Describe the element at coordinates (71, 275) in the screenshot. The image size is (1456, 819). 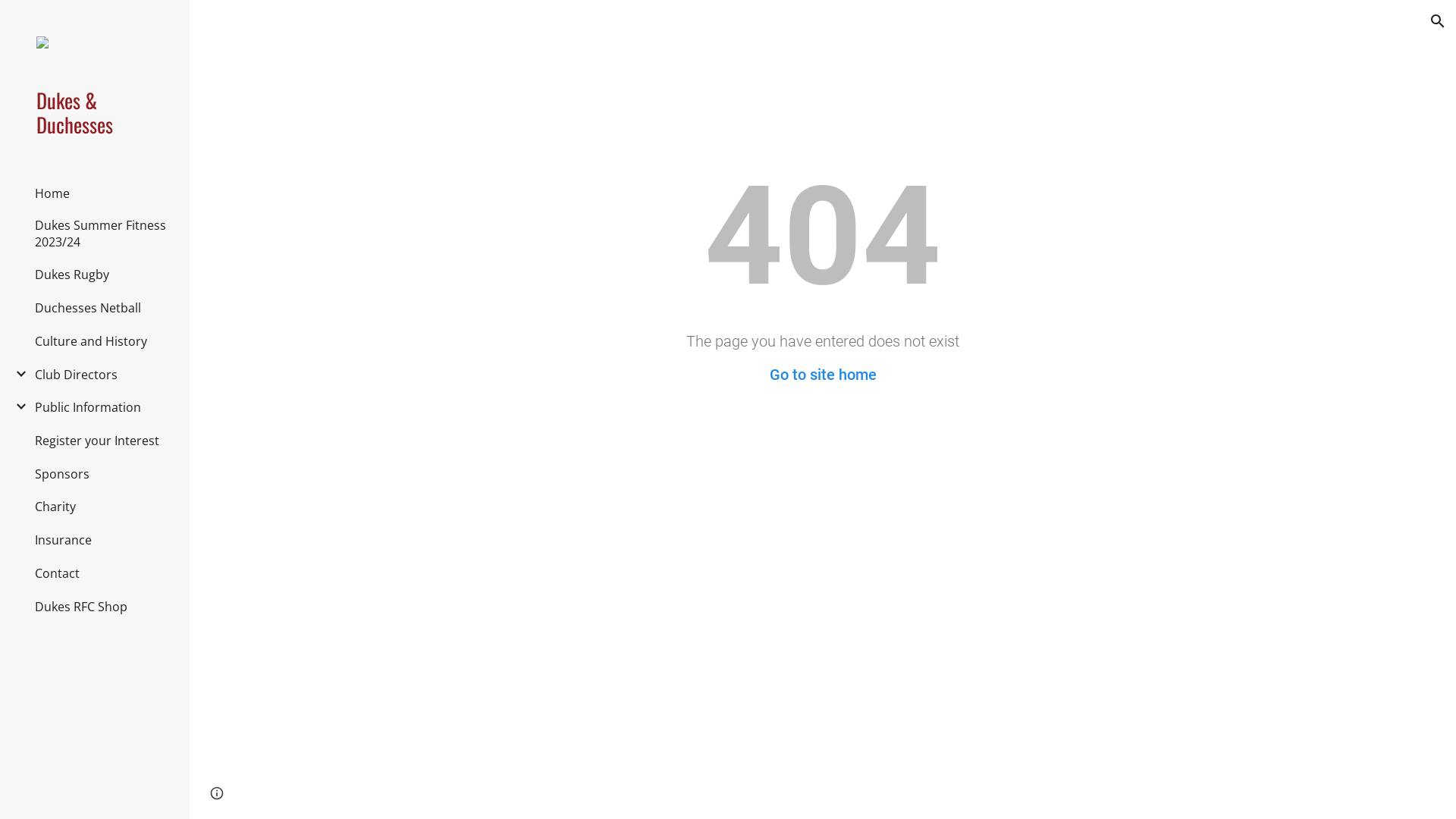
I see `'Dukes Rugby'` at that location.